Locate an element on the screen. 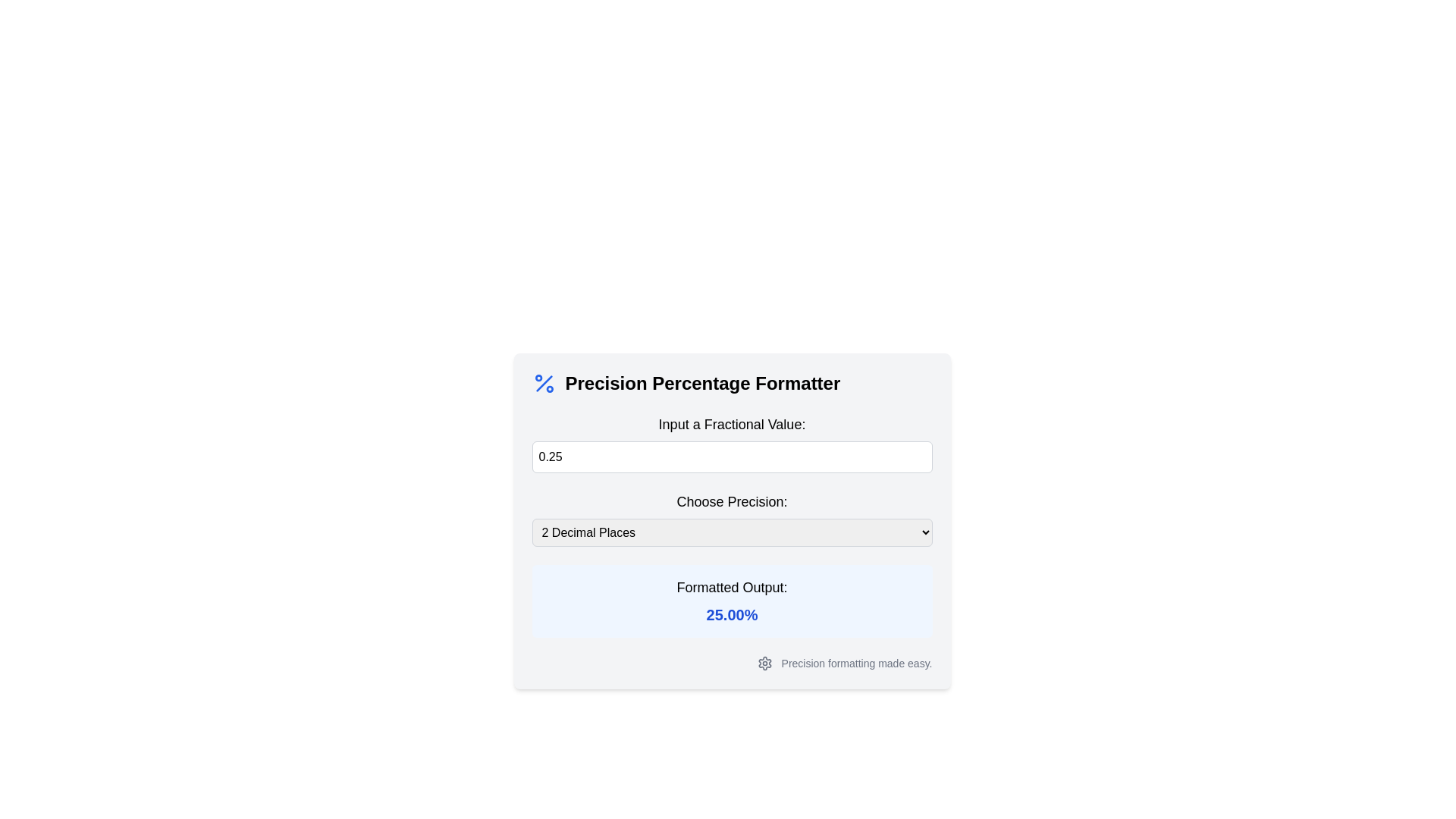 This screenshot has width=1456, height=819. static text label positioned above the input field that describes its purpose for inputting a fractional value is located at coordinates (732, 424).